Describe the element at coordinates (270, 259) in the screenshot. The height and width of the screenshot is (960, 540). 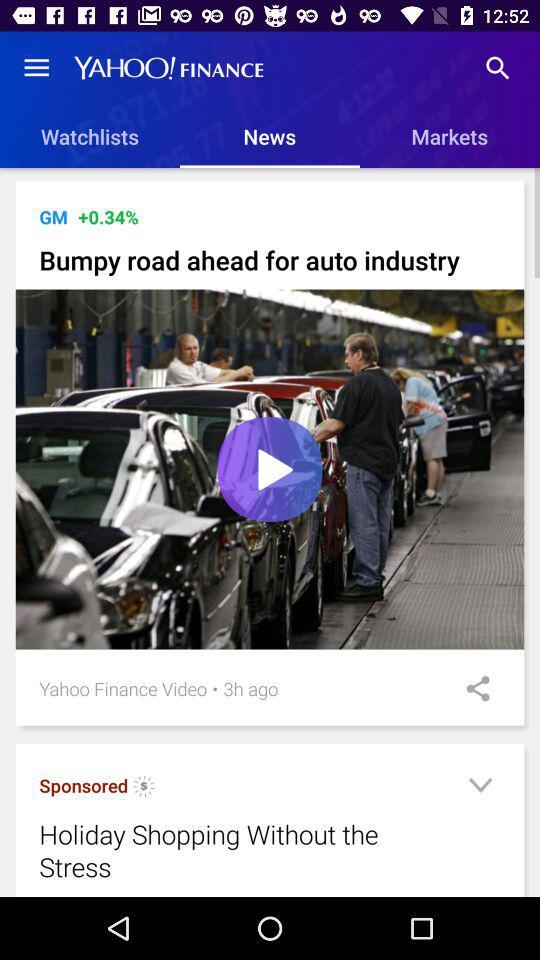
I see `bumpy road ahead item` at that location.